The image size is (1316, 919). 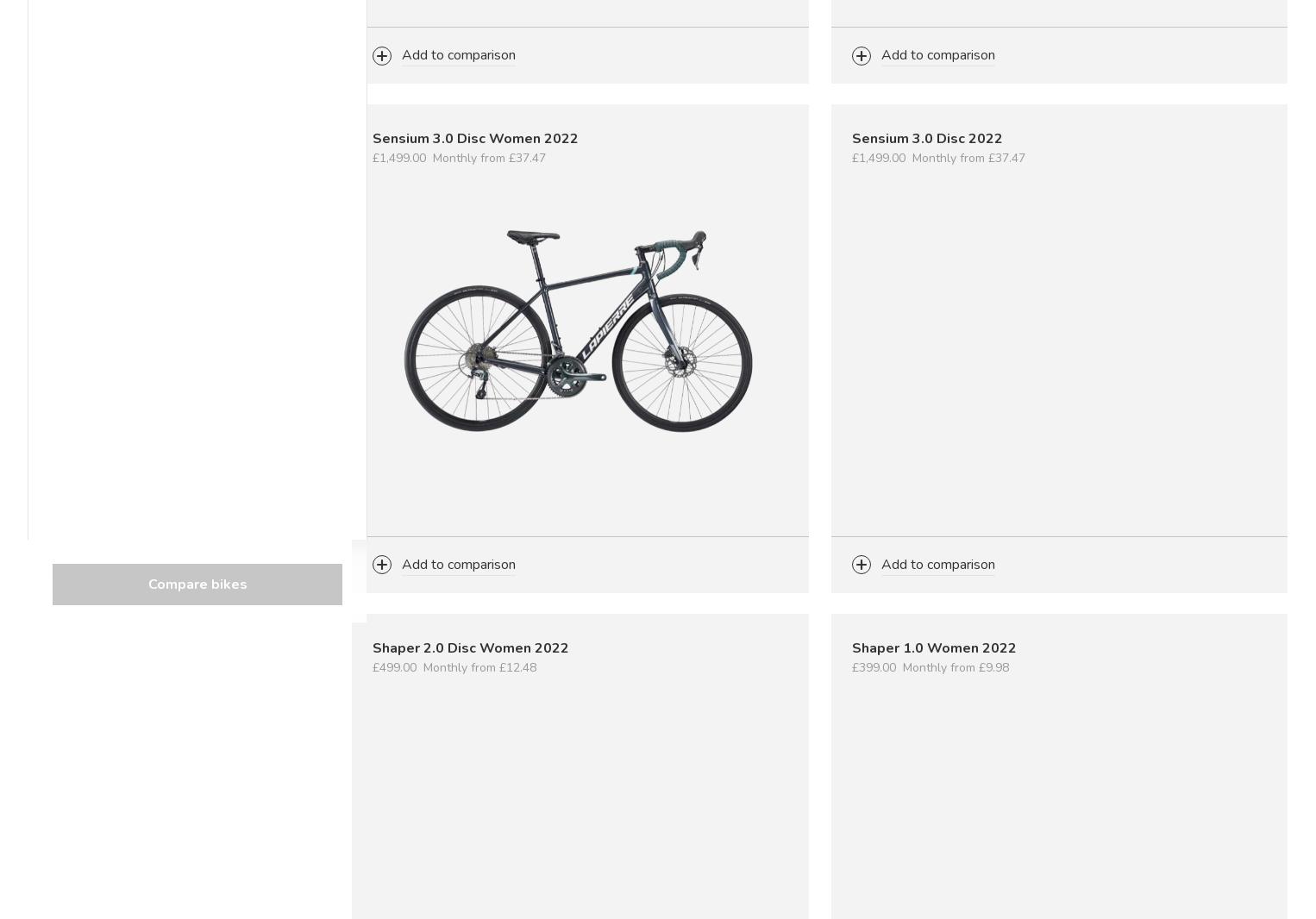 What do you see at coordinates (373, 646) in the screenshot?
I see `'Shaper 2.0 Disc Women 2022'` at bounding box center [373, 646].